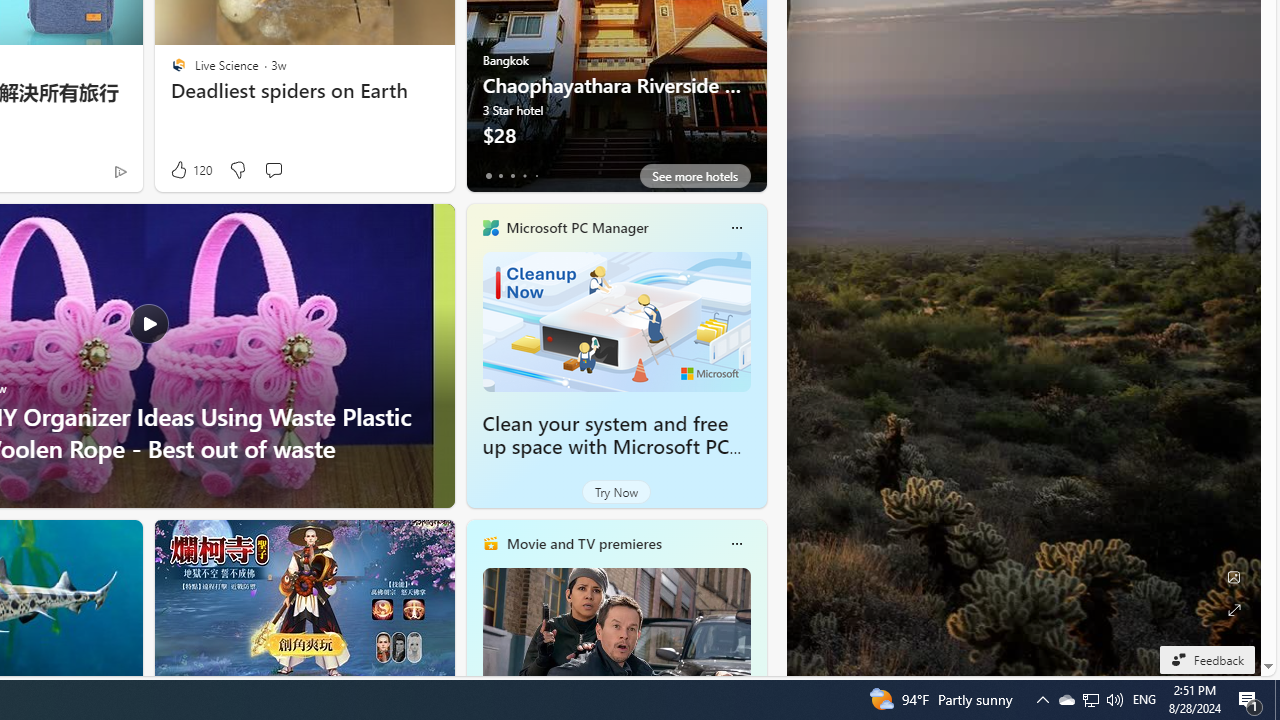 The height and width of the screenshot is (720, 1280). What do you see at coordinates (1232, 577) in the screenshot?
I see `'Edit Background'` at bounding box center [1232, 577].